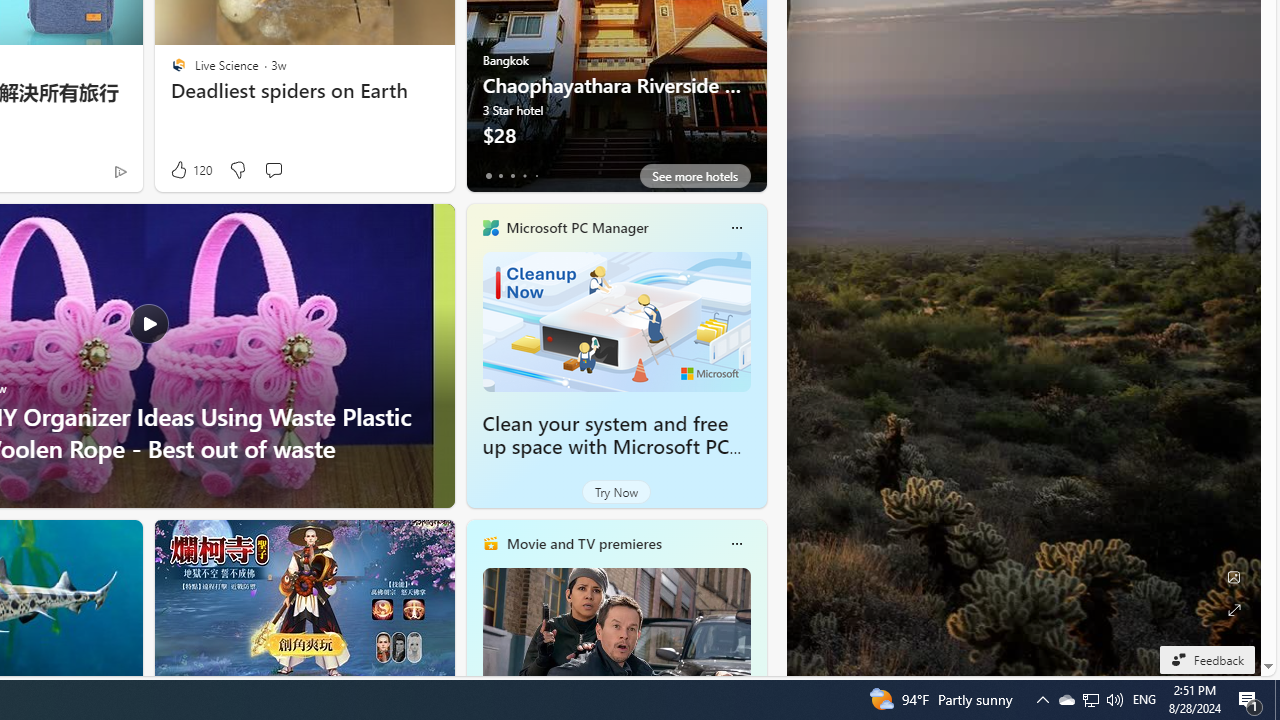 The height and width of the screenshot is (720, 1280). What do you see at coordinates (1232, 577) in the screenshot?
I see `'Edit Background'` at bounding box center [1232, 577].